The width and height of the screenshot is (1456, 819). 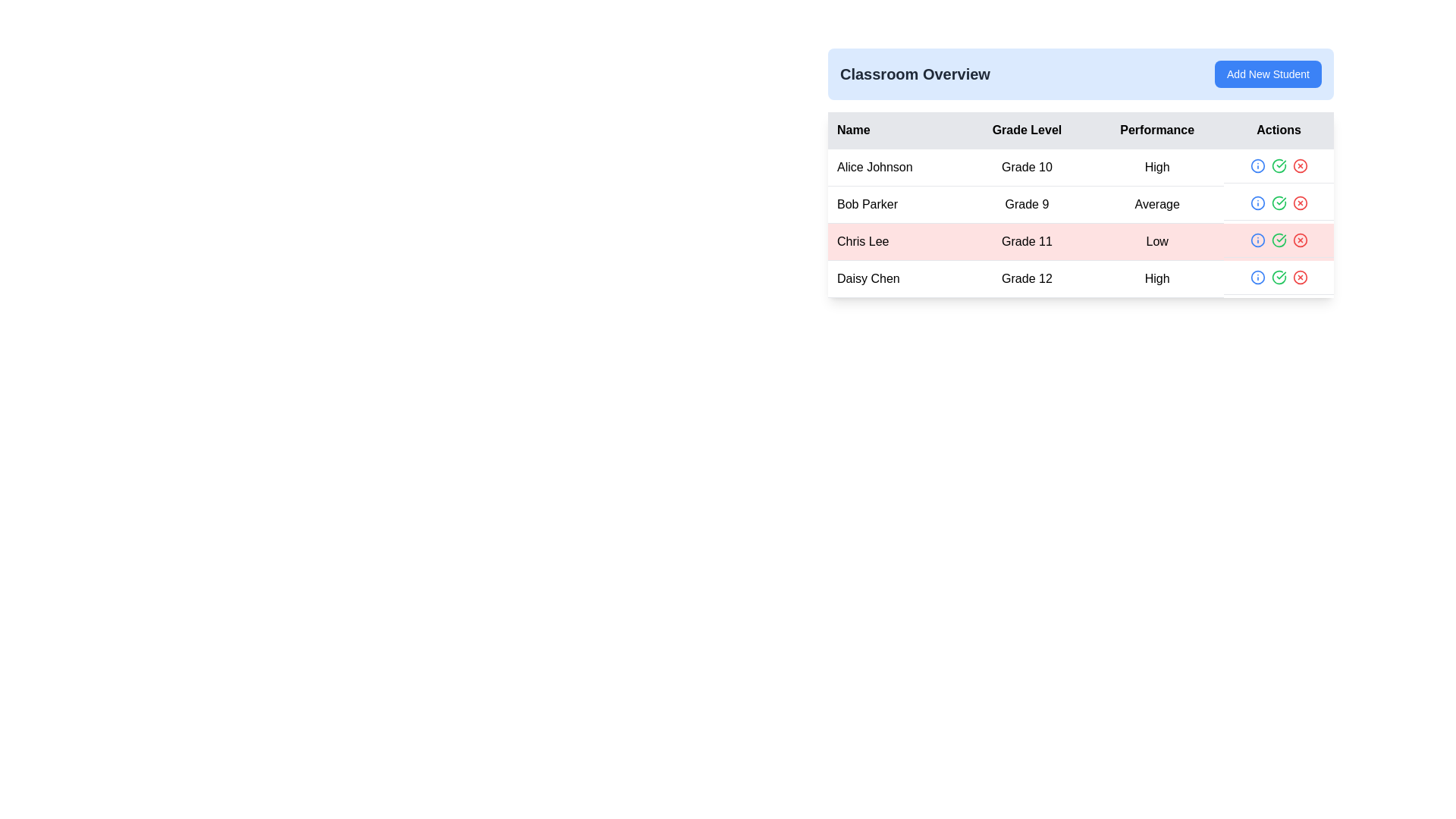 What do you see at coordinates (1027, 241) in the screenshot?
I see `the static text label displaying 'Grade 11', which is part of a data table row for 'Chris Lee', located in the second column under 'Grade Level'` at bounding box center [1027, 241].